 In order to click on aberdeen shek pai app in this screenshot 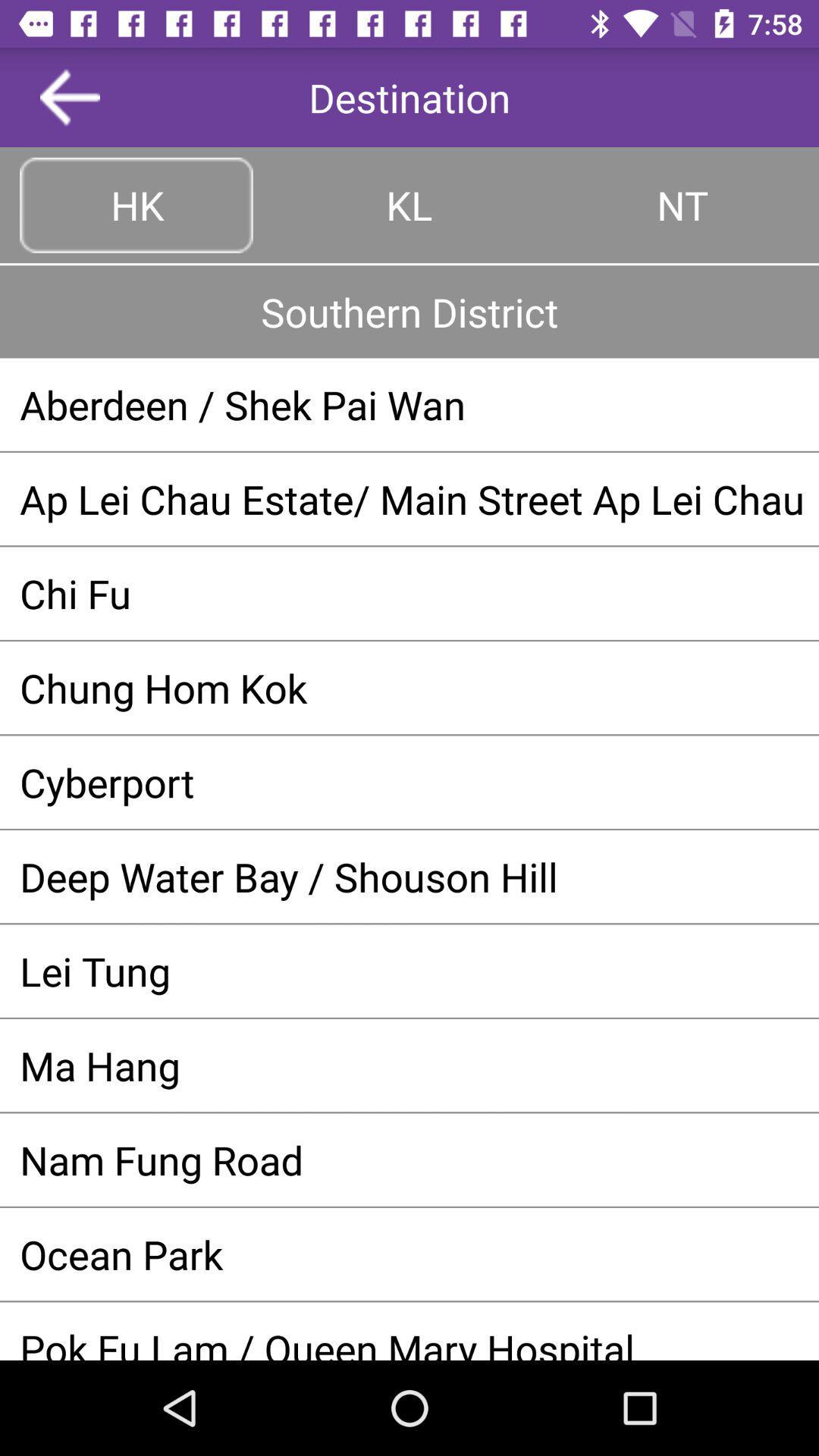, I will do `click(409, 404)`.